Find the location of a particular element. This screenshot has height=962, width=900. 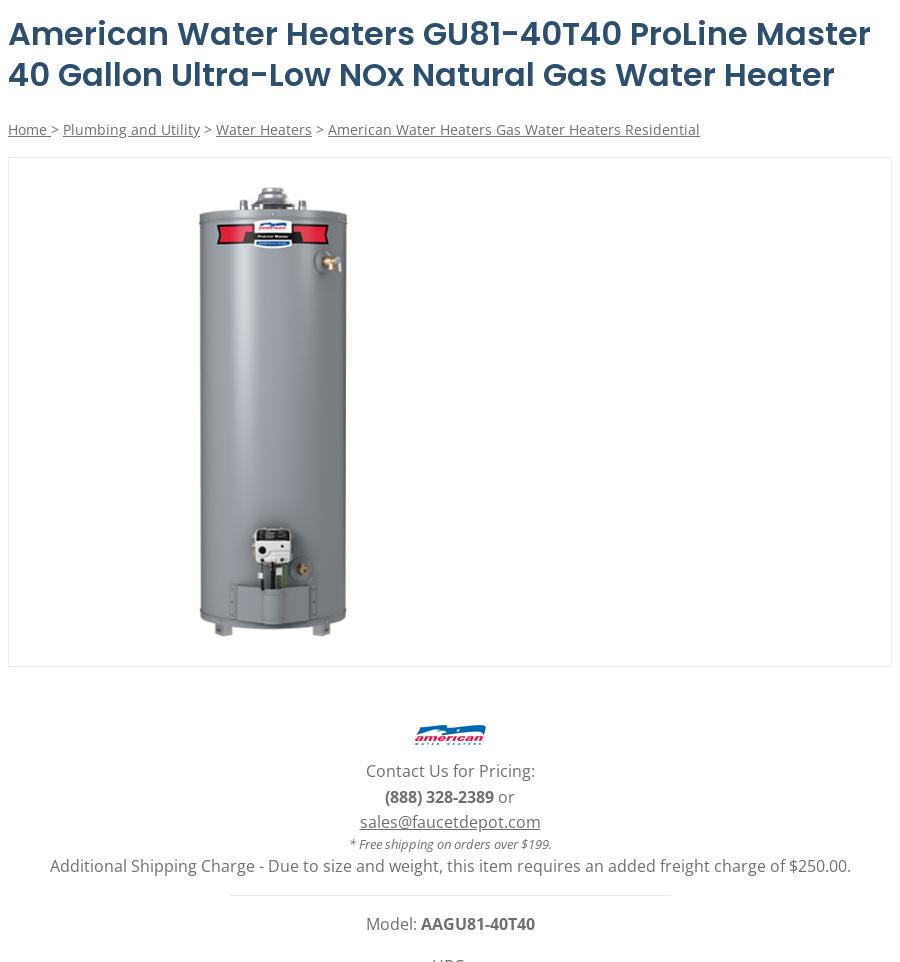

'(888) 328-2389' is located at coordinates (439, 794).